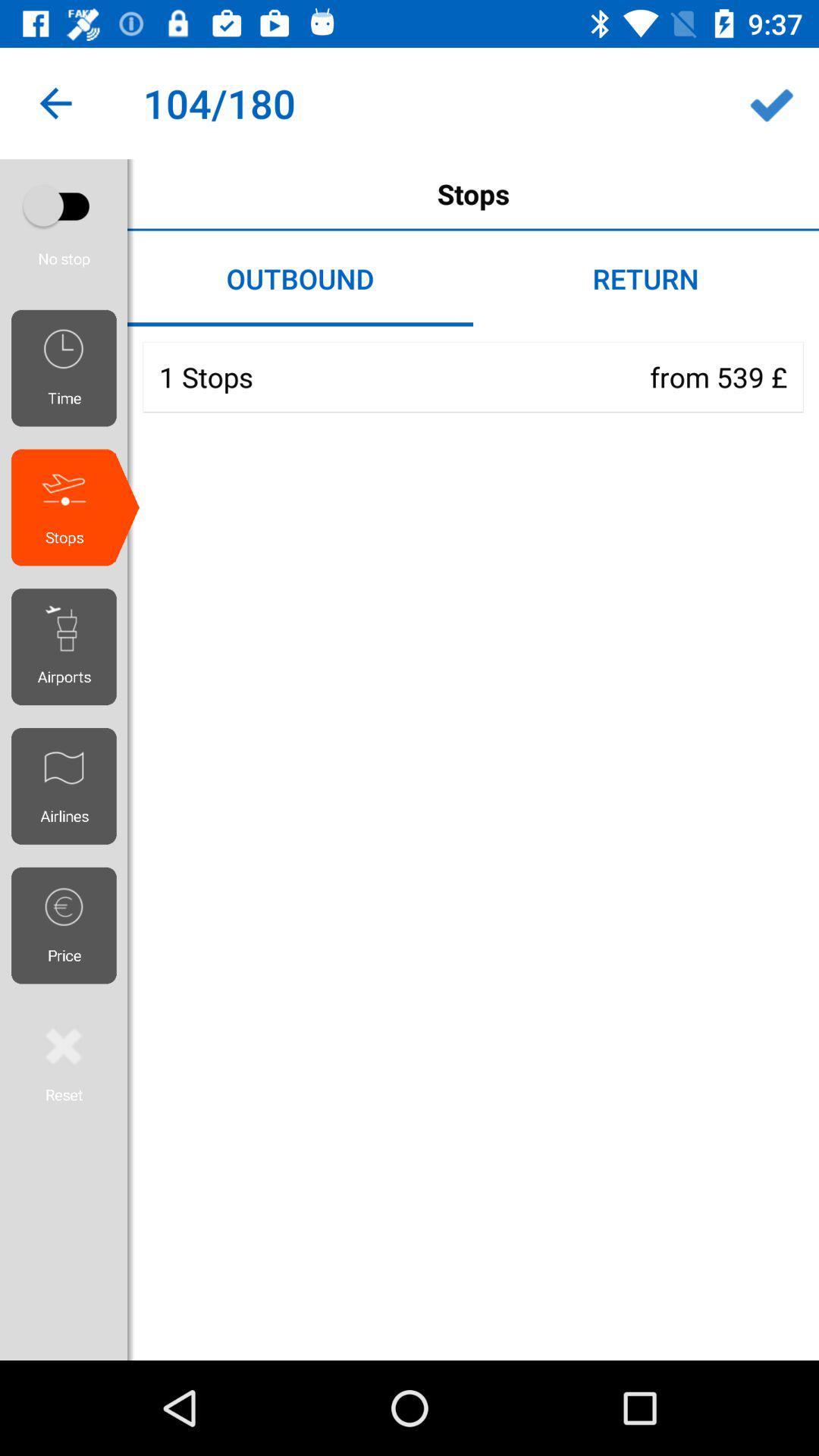 This screenshot has height=1456, width=819. I want to click on icon next to stops, so click(55, 102).